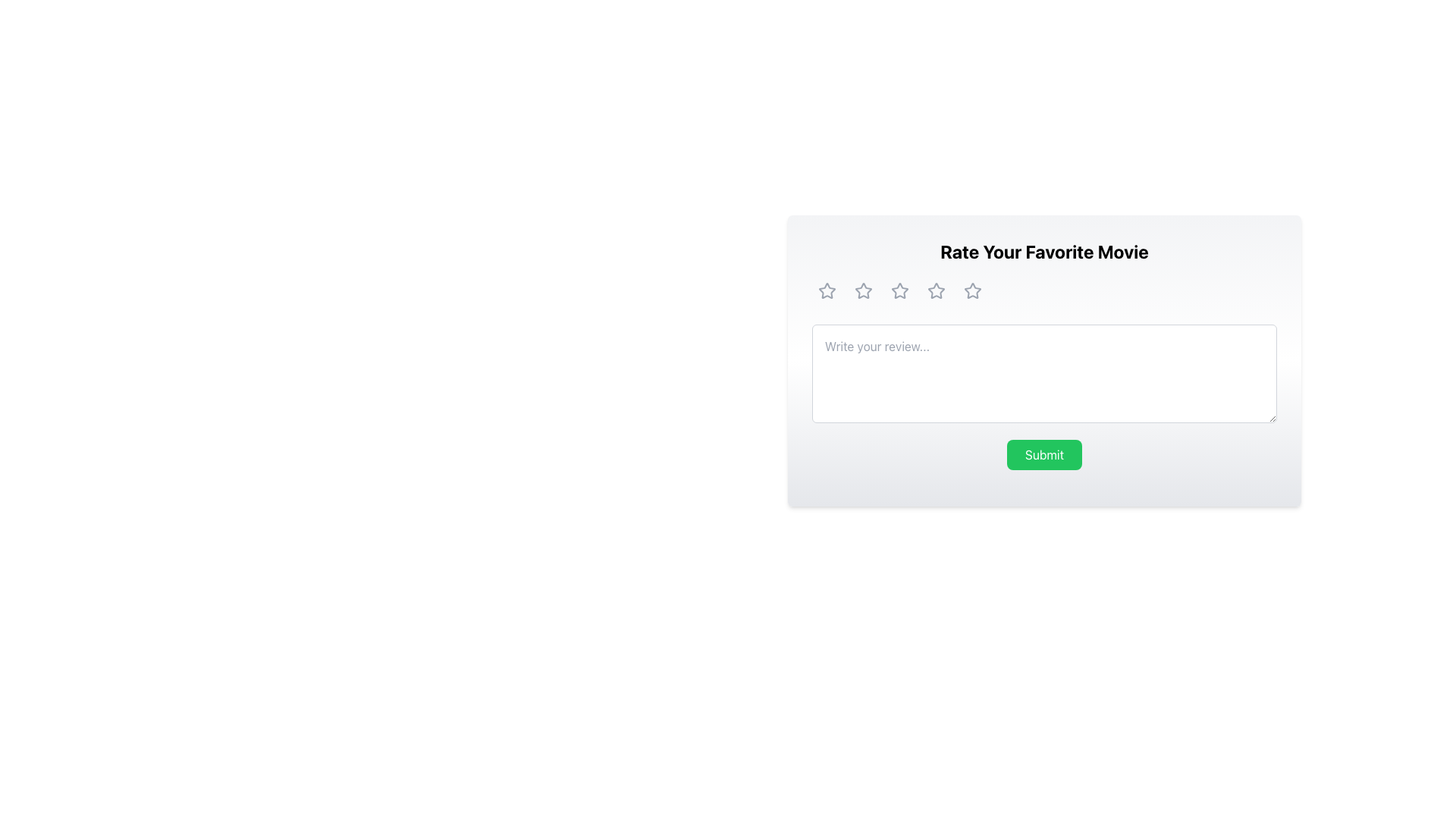  I want to click on the fourth star icon, so click(972, 291).